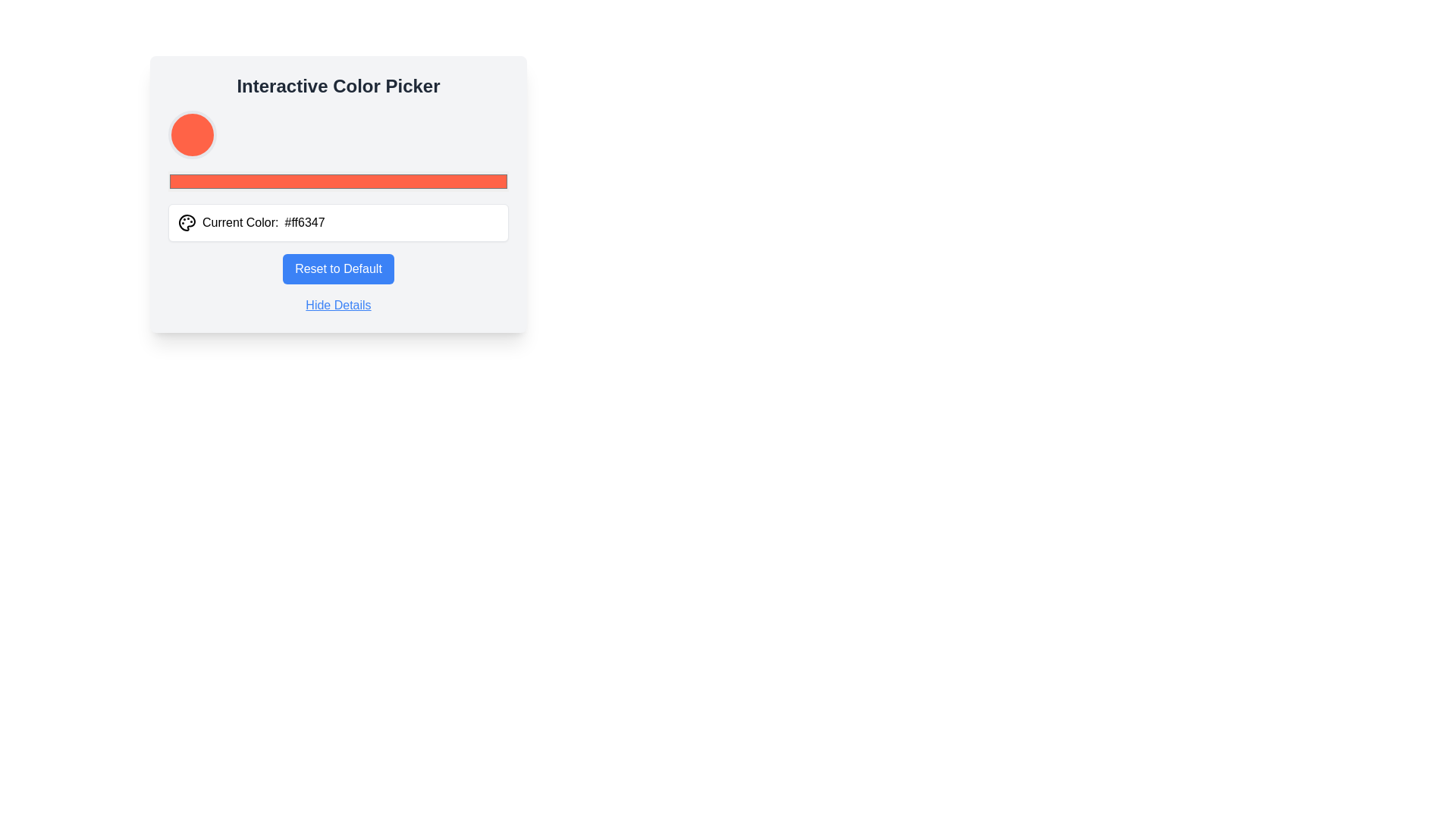  What do you see at coordinates (406, 180) in the screenshot?
I see `the slider value` at bounding box center [406, 180].